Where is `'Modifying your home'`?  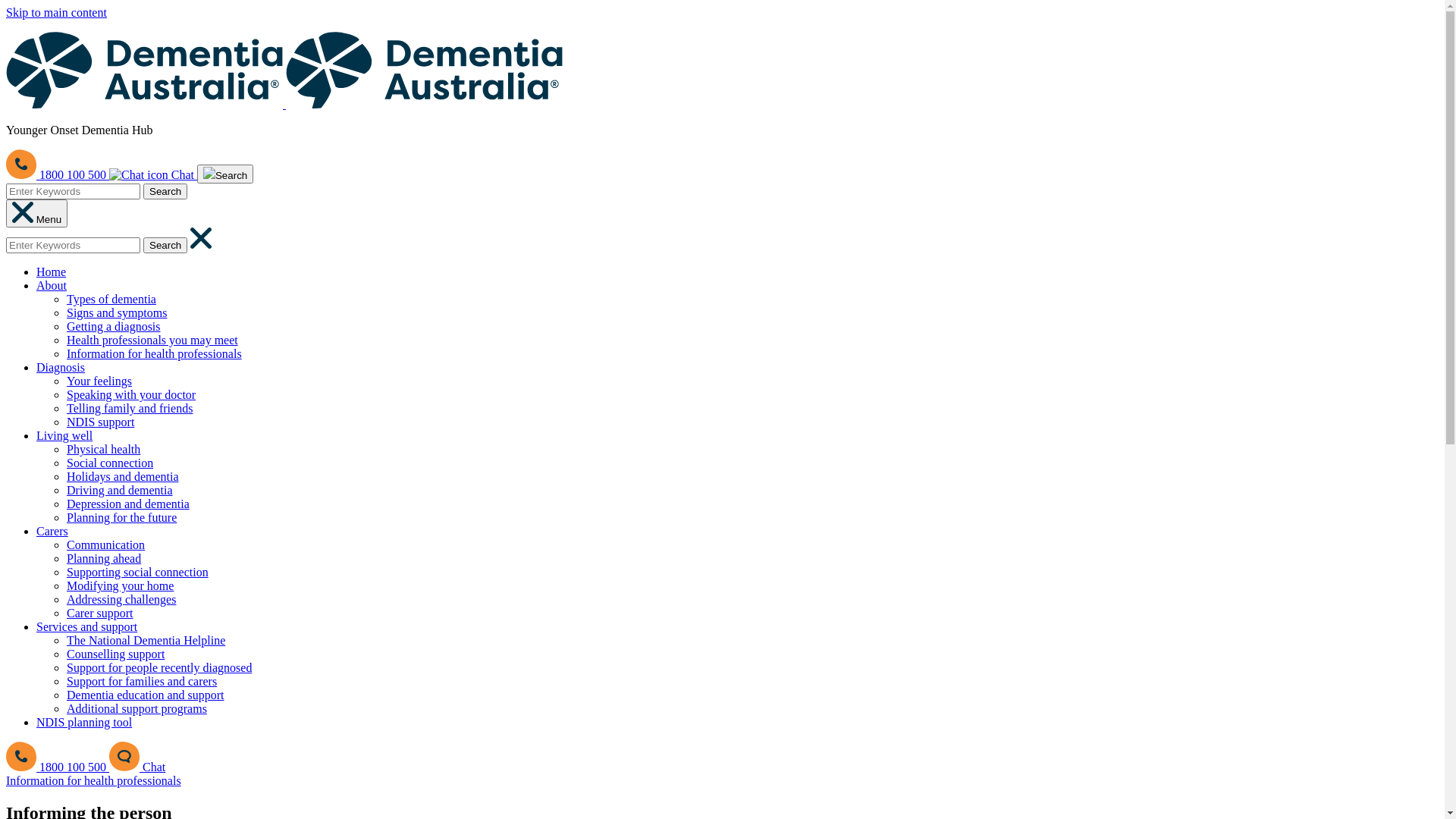 'Modifying your home' is located at coordinates (119, 585).